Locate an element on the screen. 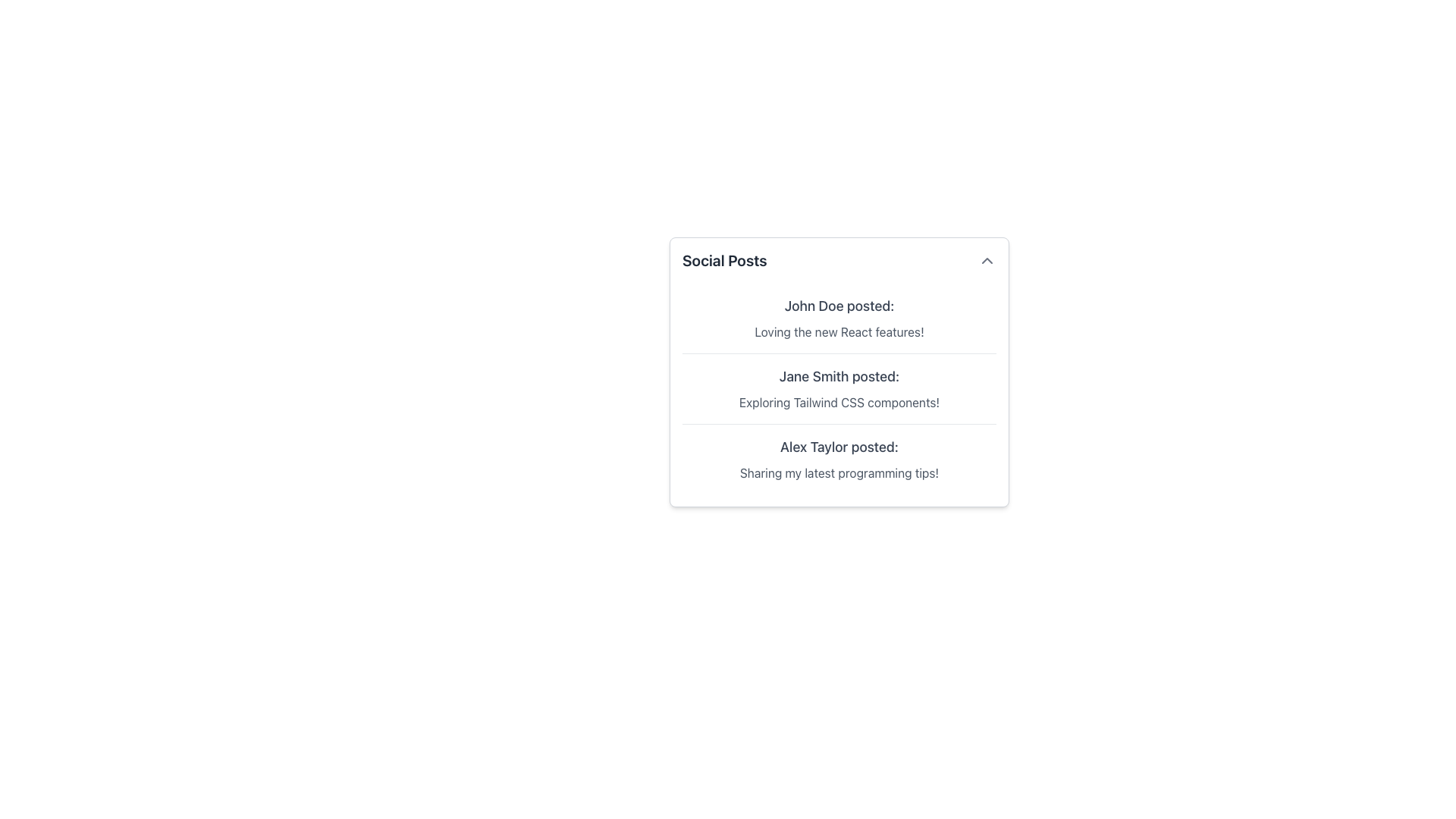 This screenshot has width=1456, height=819. the text element reading 'Exploring Tailwind CSS components!' which is styled in gray and positioned below 'Jane Smith posted:' is located at coordinates (839, 402).